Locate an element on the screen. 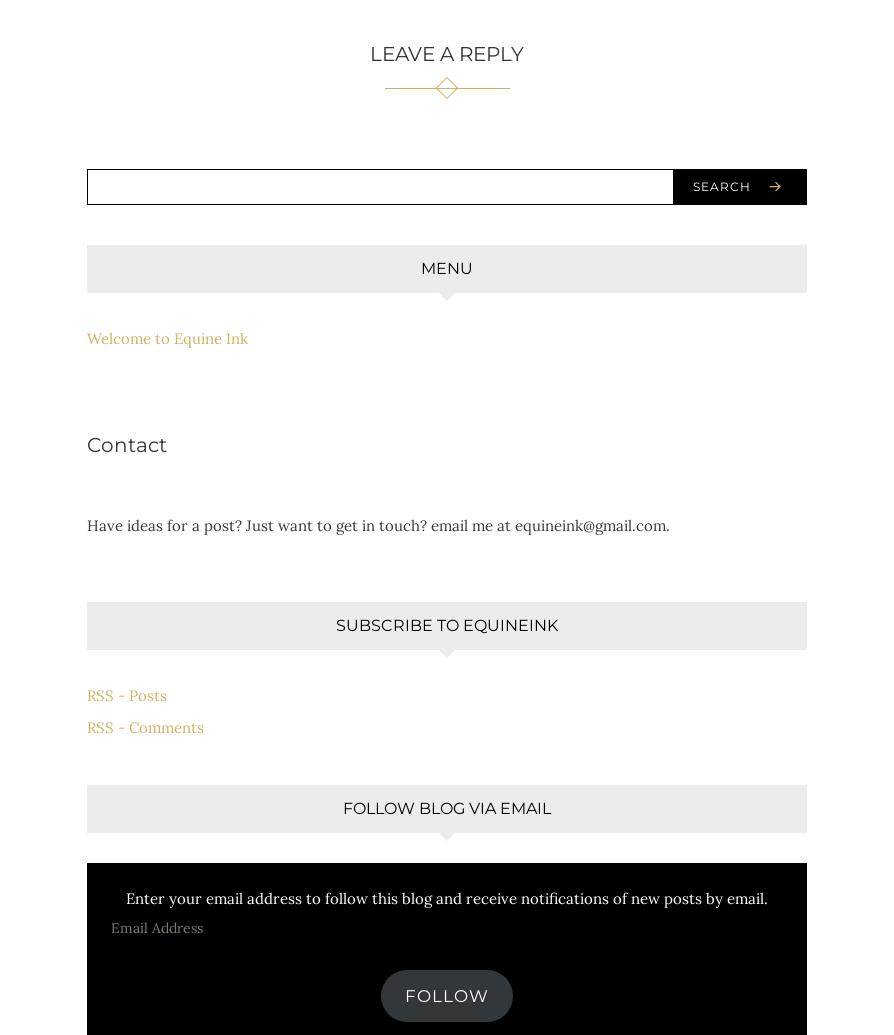  'Welcome to Equine Ink' is located at coordinates (167, 337).